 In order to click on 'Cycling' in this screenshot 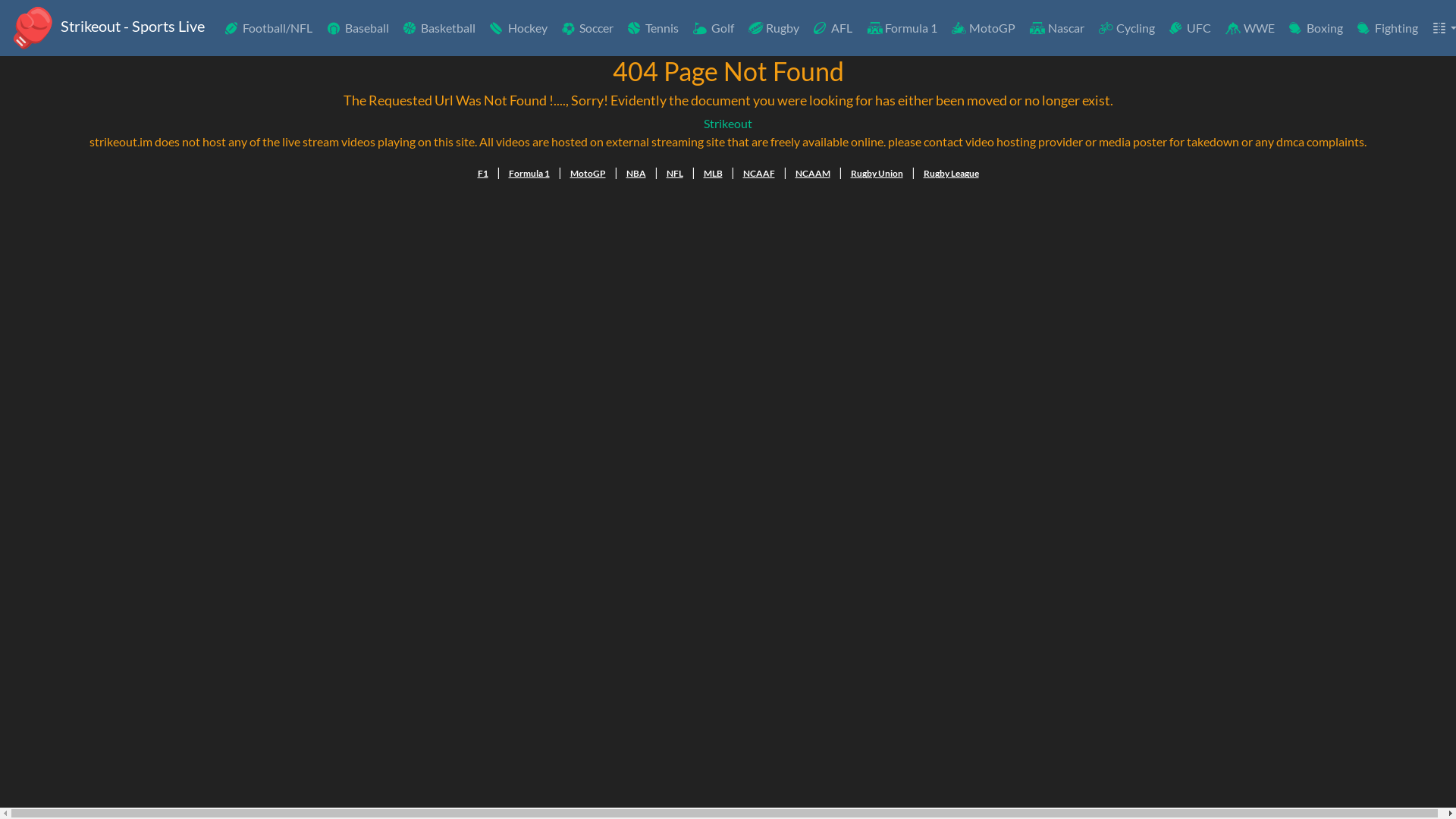, I will do `click(1125, 28)`.